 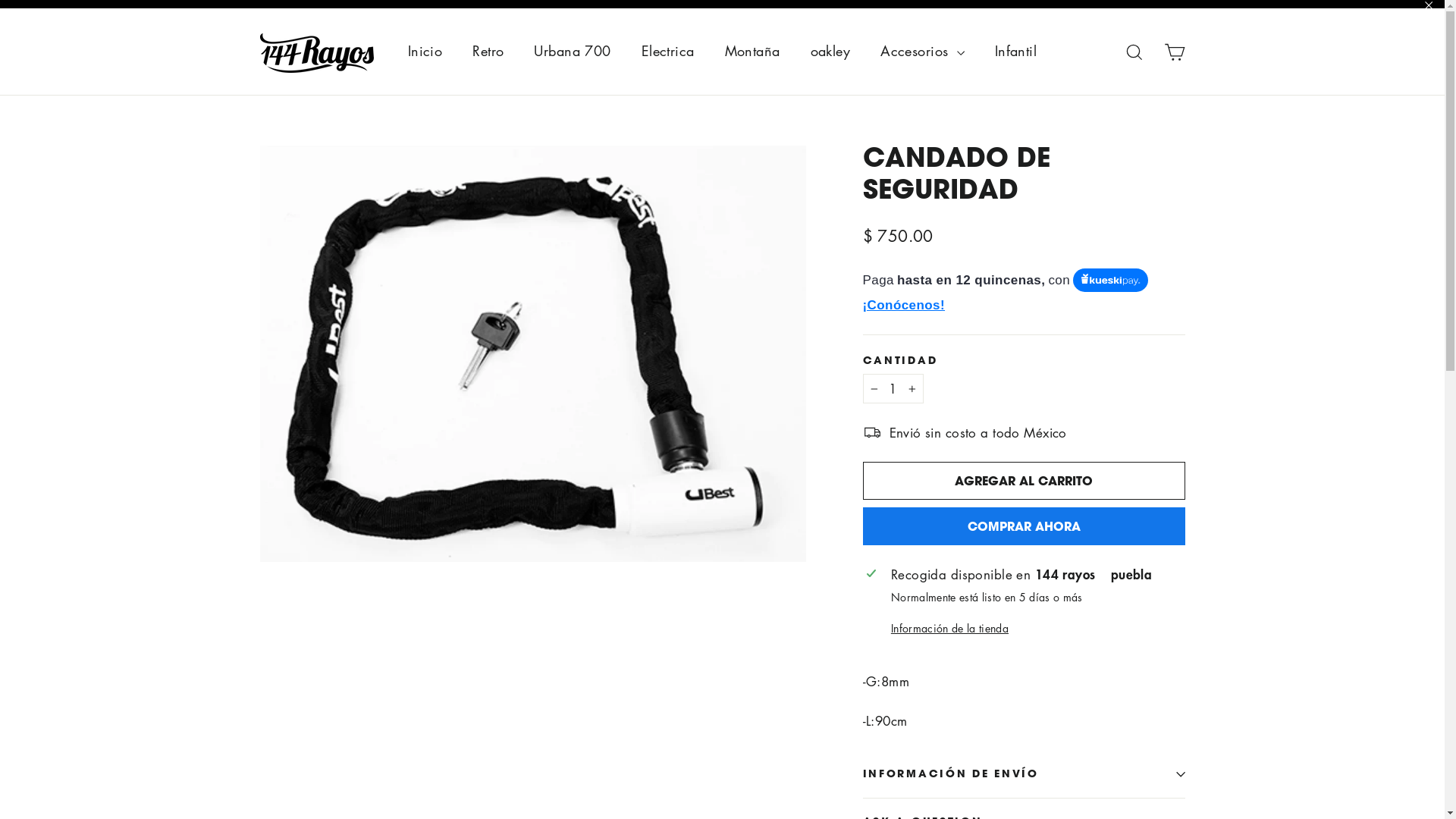 I want to click on 'Electrica', so click(x=667, y=50).